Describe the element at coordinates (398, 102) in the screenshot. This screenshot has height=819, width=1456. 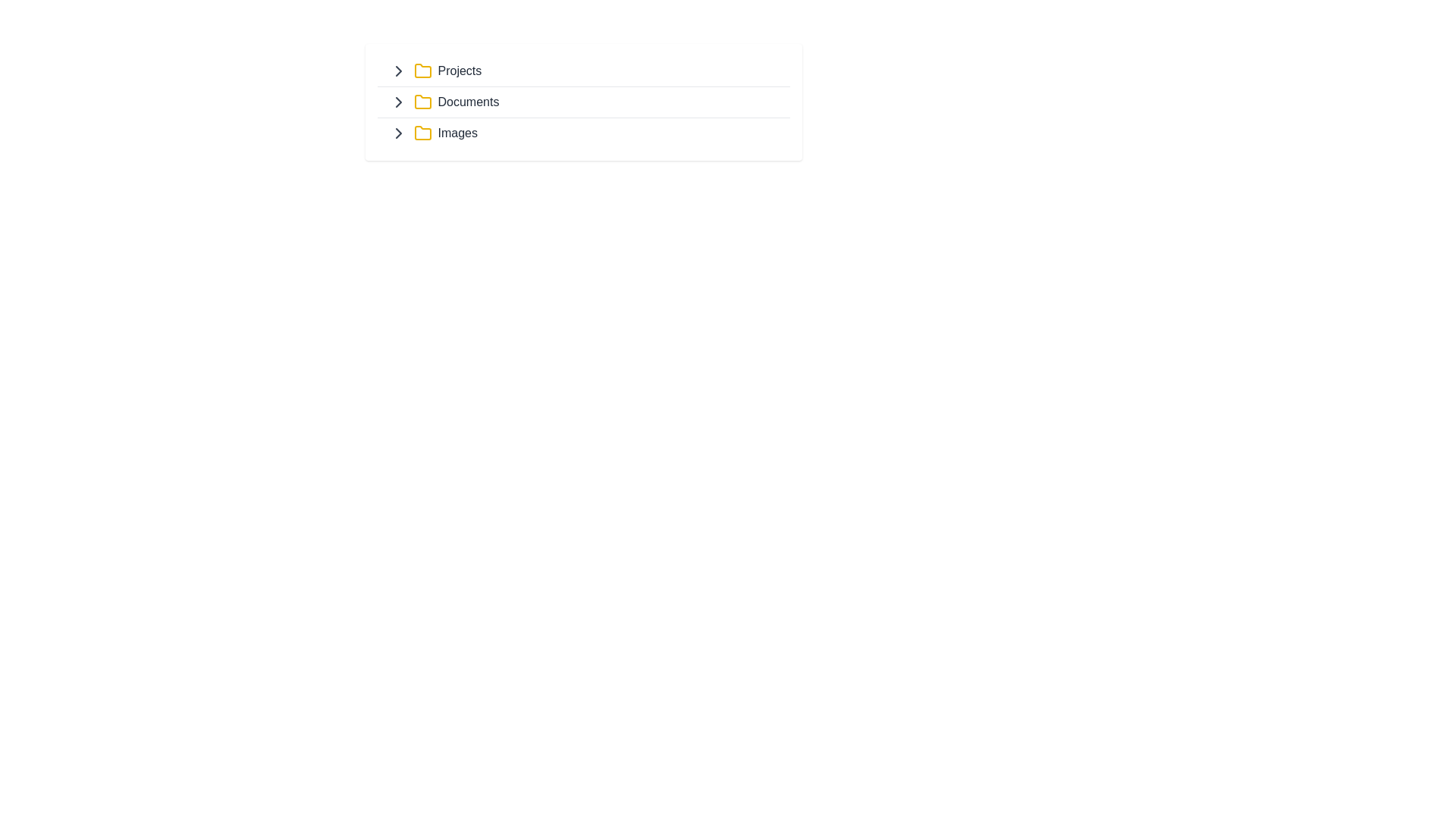
I see `the chevron icon located to the left of the yellow folder icon in the 'Documents' list item` at that location.